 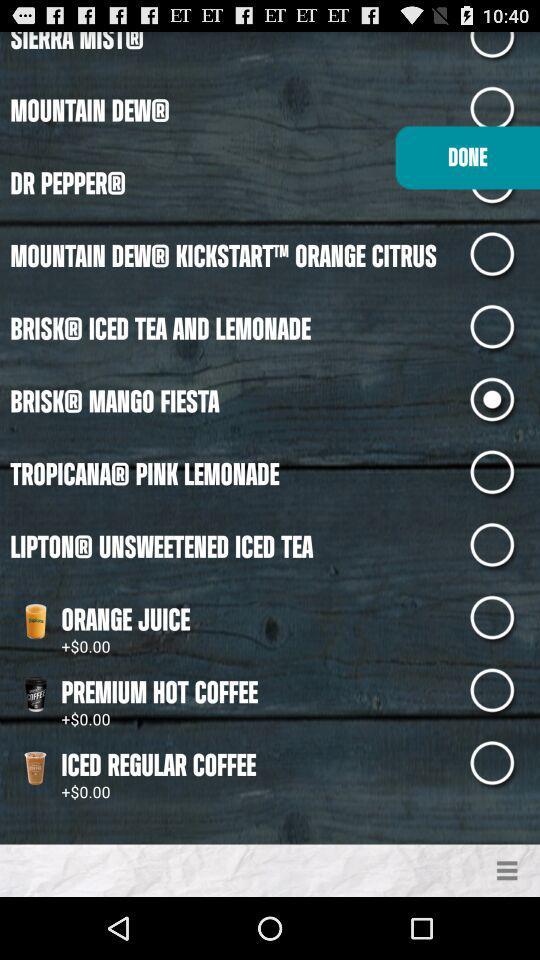 What do you see at coordinates (504, 110) in the screenshot?
I see `the button which is above done` at bounding box center [504, 110].